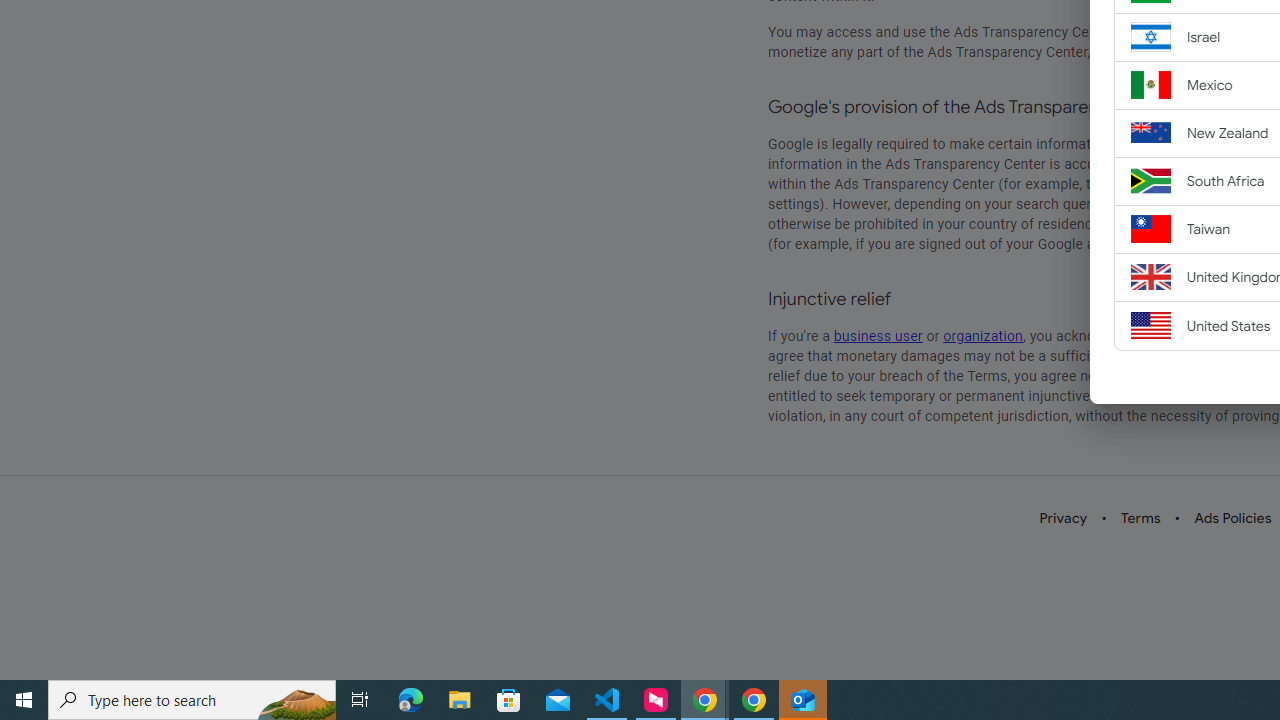 The width and height of the screenshot is (1280, 720). Describe the element at coordinates (1140, 517) in the screenshot. I see `'Terms'` at that location.